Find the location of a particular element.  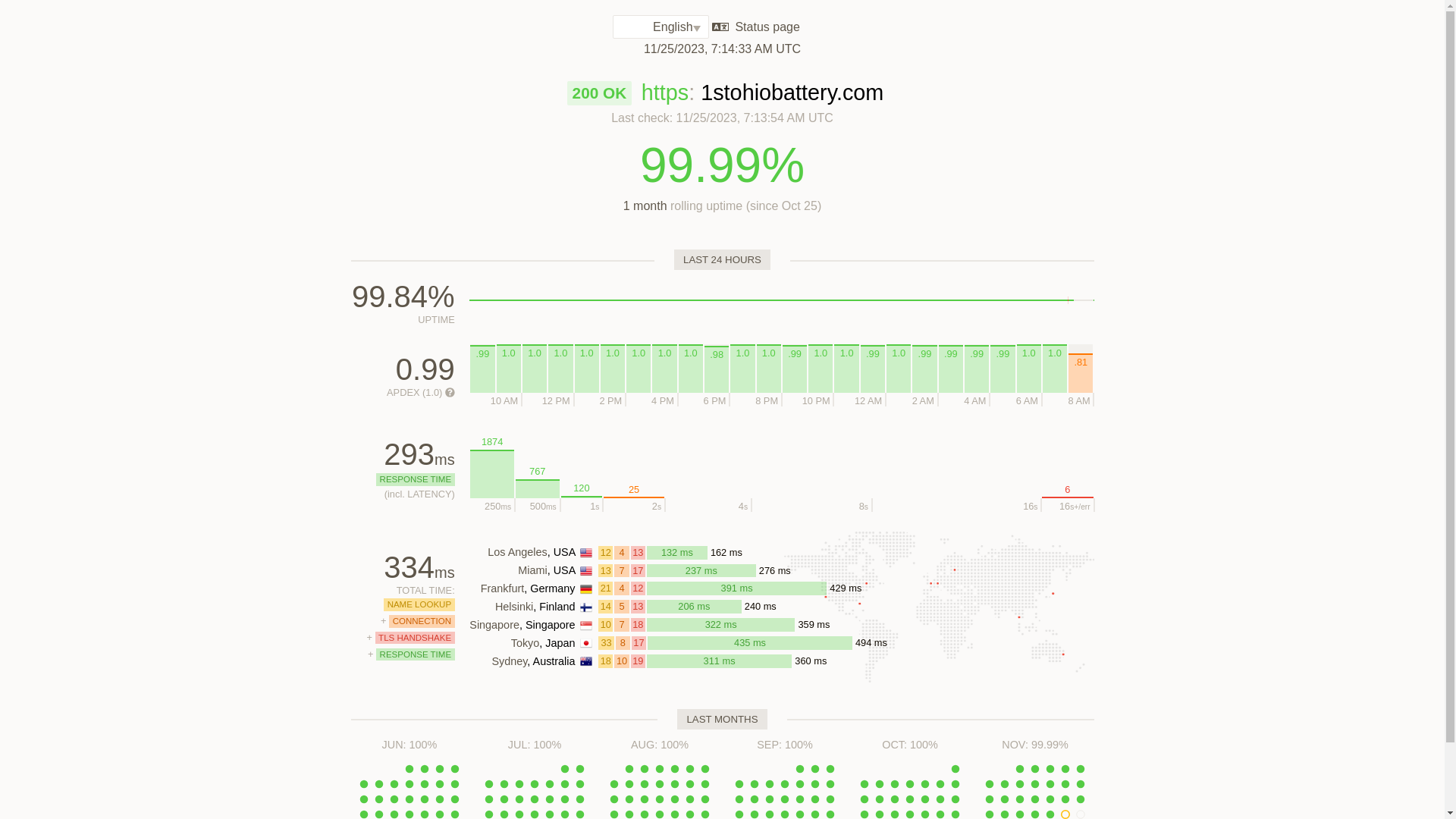

'<small>Aug 08:</small> No downtime' is located at coordinates (629, 783).